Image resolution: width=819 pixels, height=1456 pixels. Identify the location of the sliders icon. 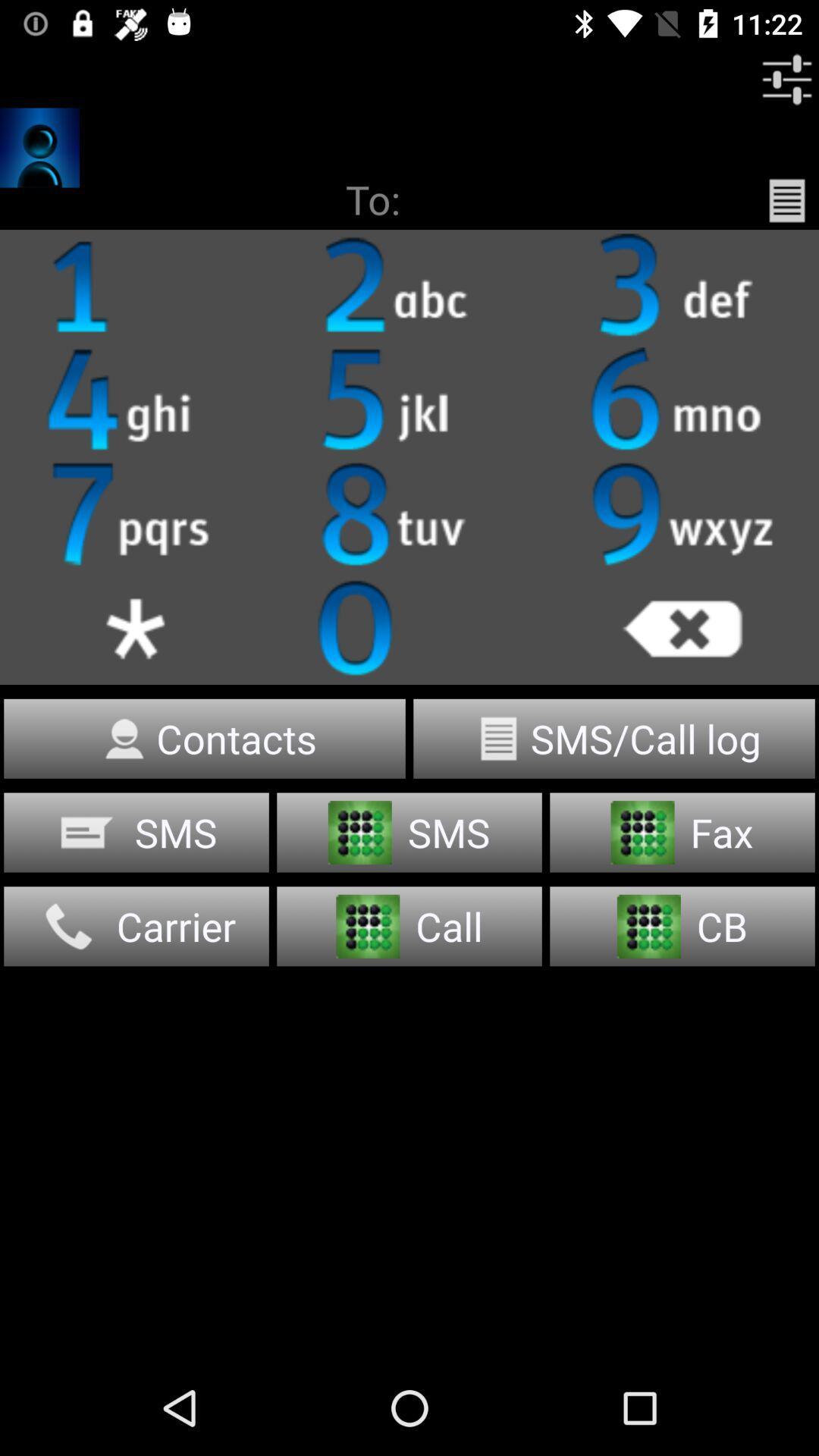
(136, 628).